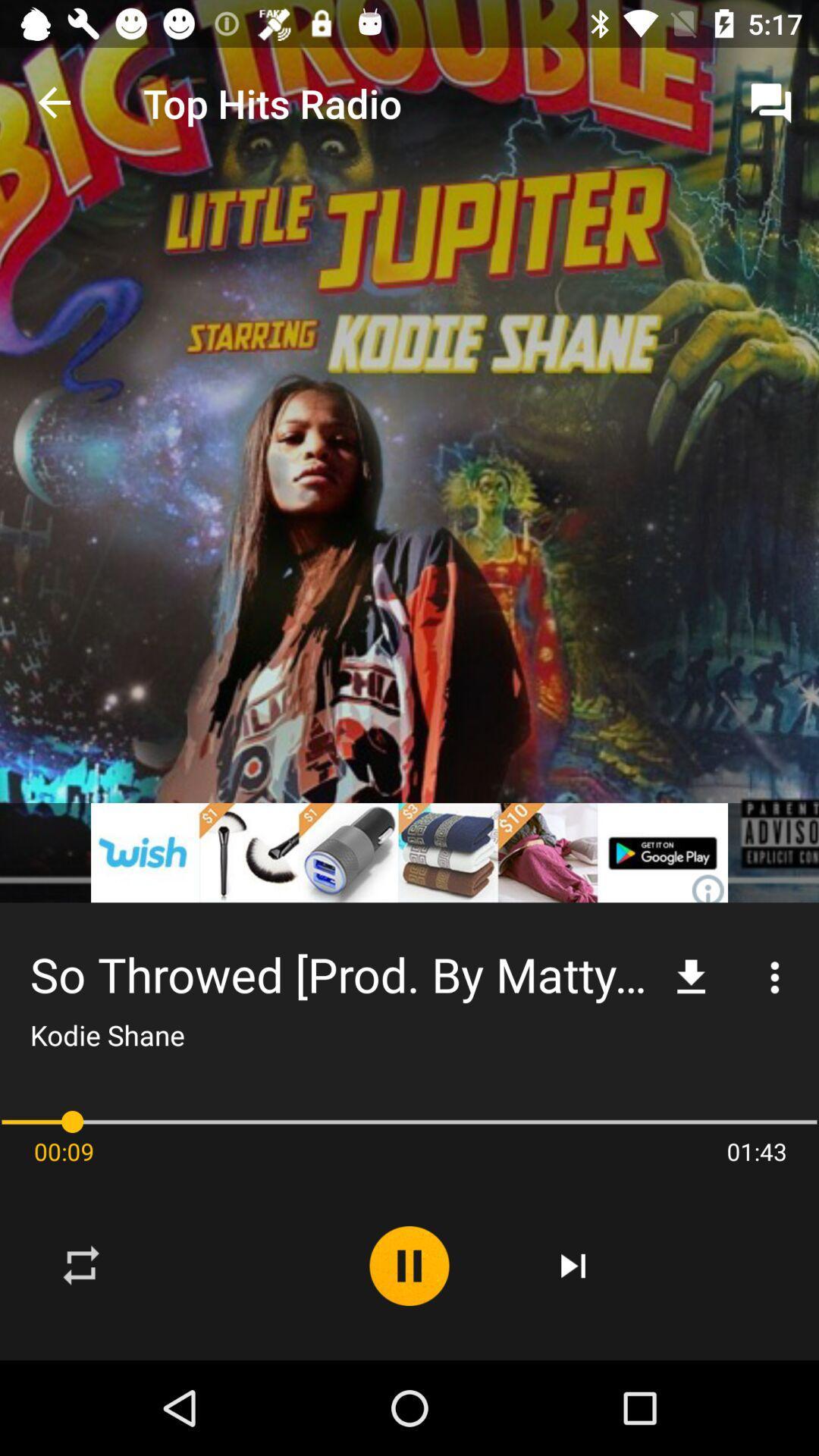  What do you see at coordinates (691, 977) in the screenshot?
I see `the file_download icon` at bounding box center [691, 977].